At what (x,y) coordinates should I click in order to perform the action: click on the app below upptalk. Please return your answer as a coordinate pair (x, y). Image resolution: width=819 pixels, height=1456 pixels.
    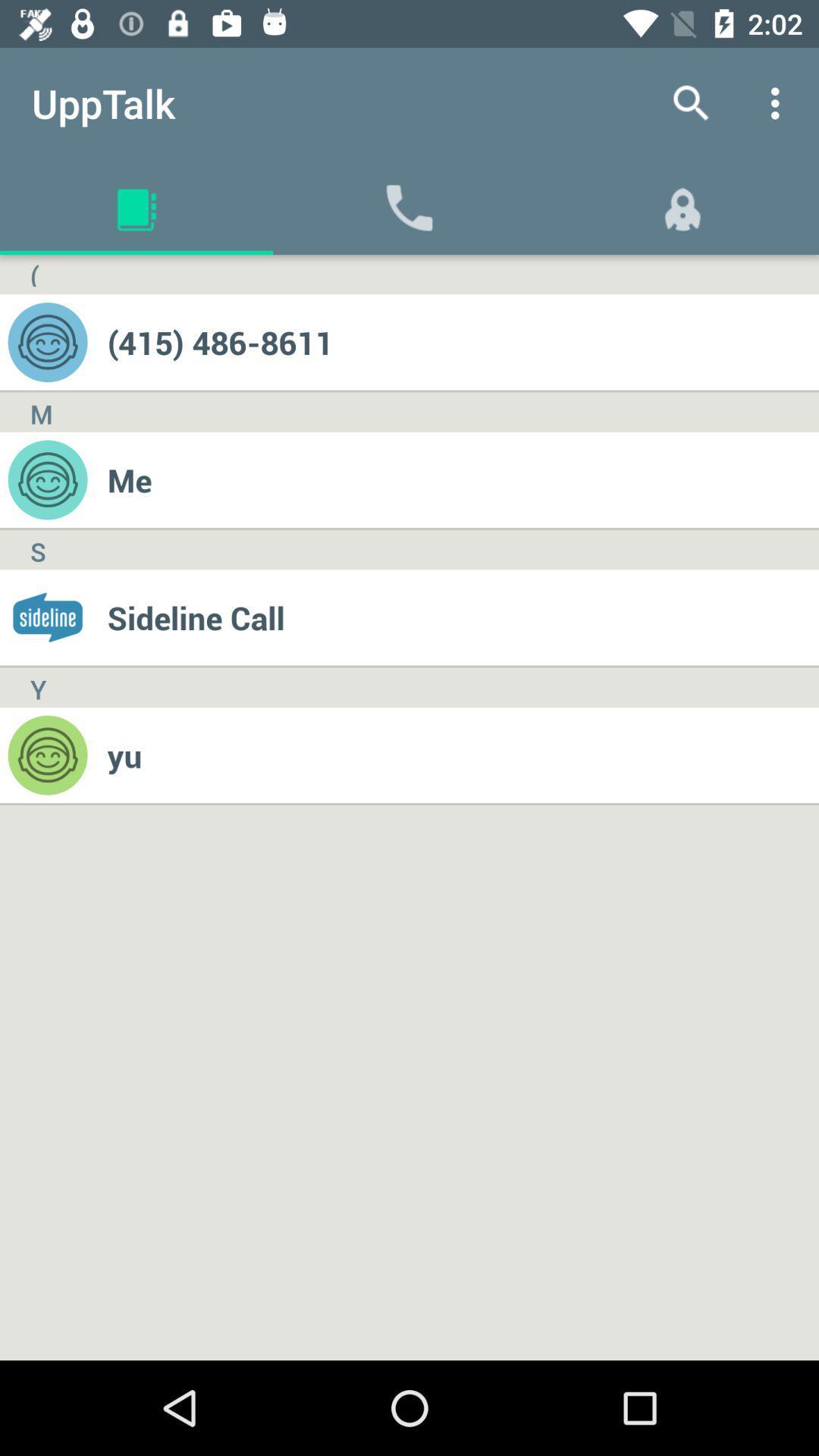
    Looking at the image, I should click on (34, 275).